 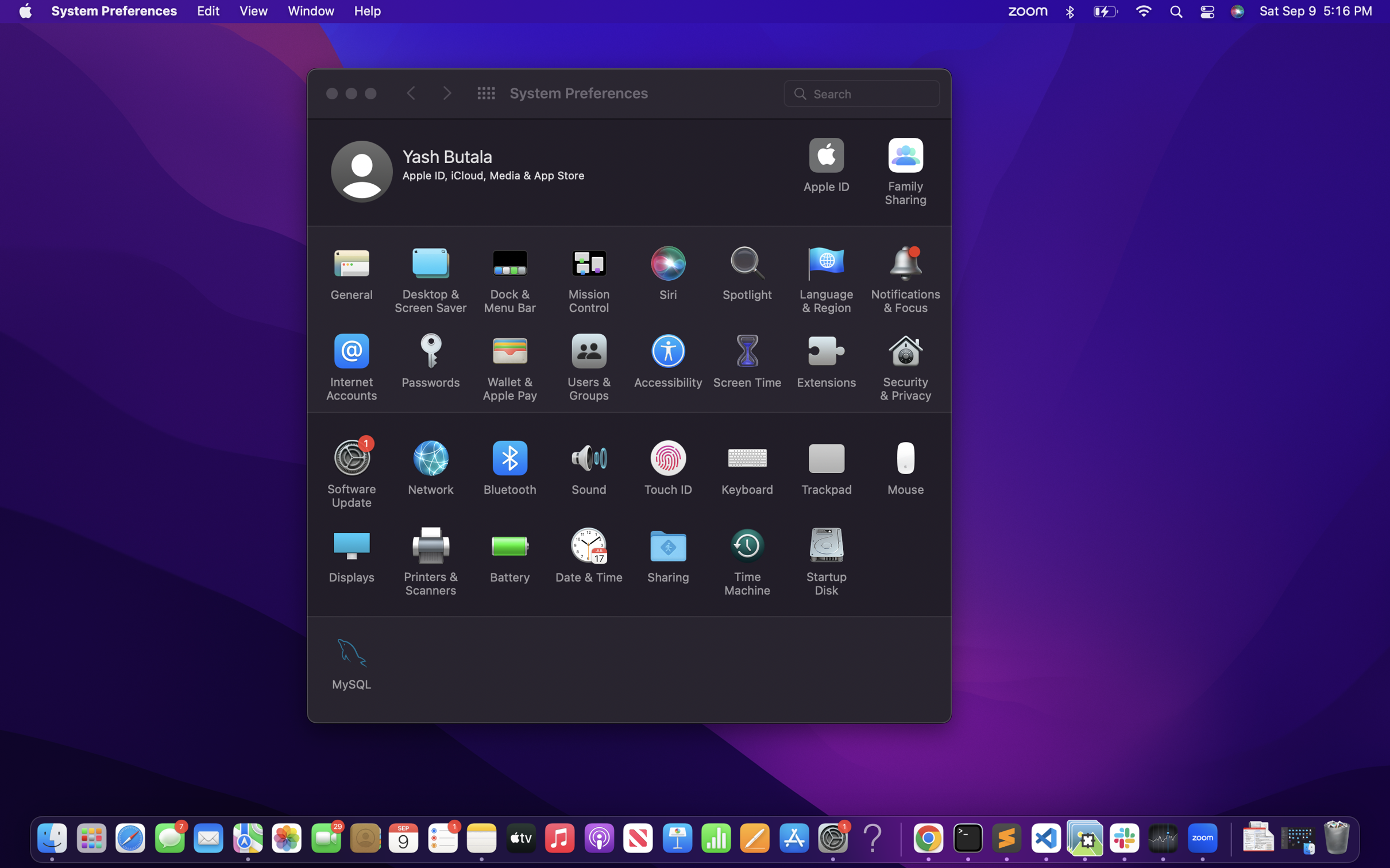 What do you see at coordinates (589, 557) in the screenshot?
I see `Update the system clock to a new time` at bounding box center [589, 557].